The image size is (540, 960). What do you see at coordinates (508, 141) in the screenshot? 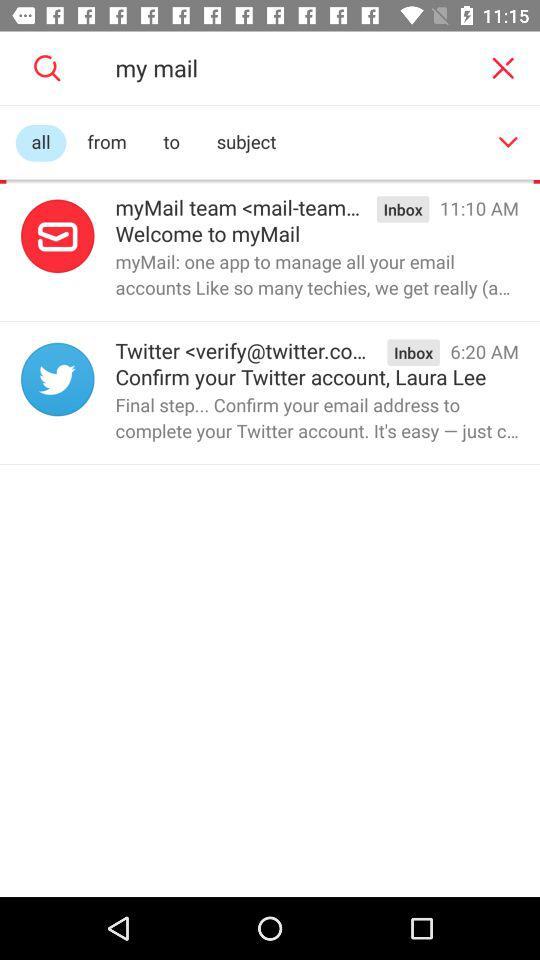
I see `the icon next to the subject` at bounding box center [508, 141].